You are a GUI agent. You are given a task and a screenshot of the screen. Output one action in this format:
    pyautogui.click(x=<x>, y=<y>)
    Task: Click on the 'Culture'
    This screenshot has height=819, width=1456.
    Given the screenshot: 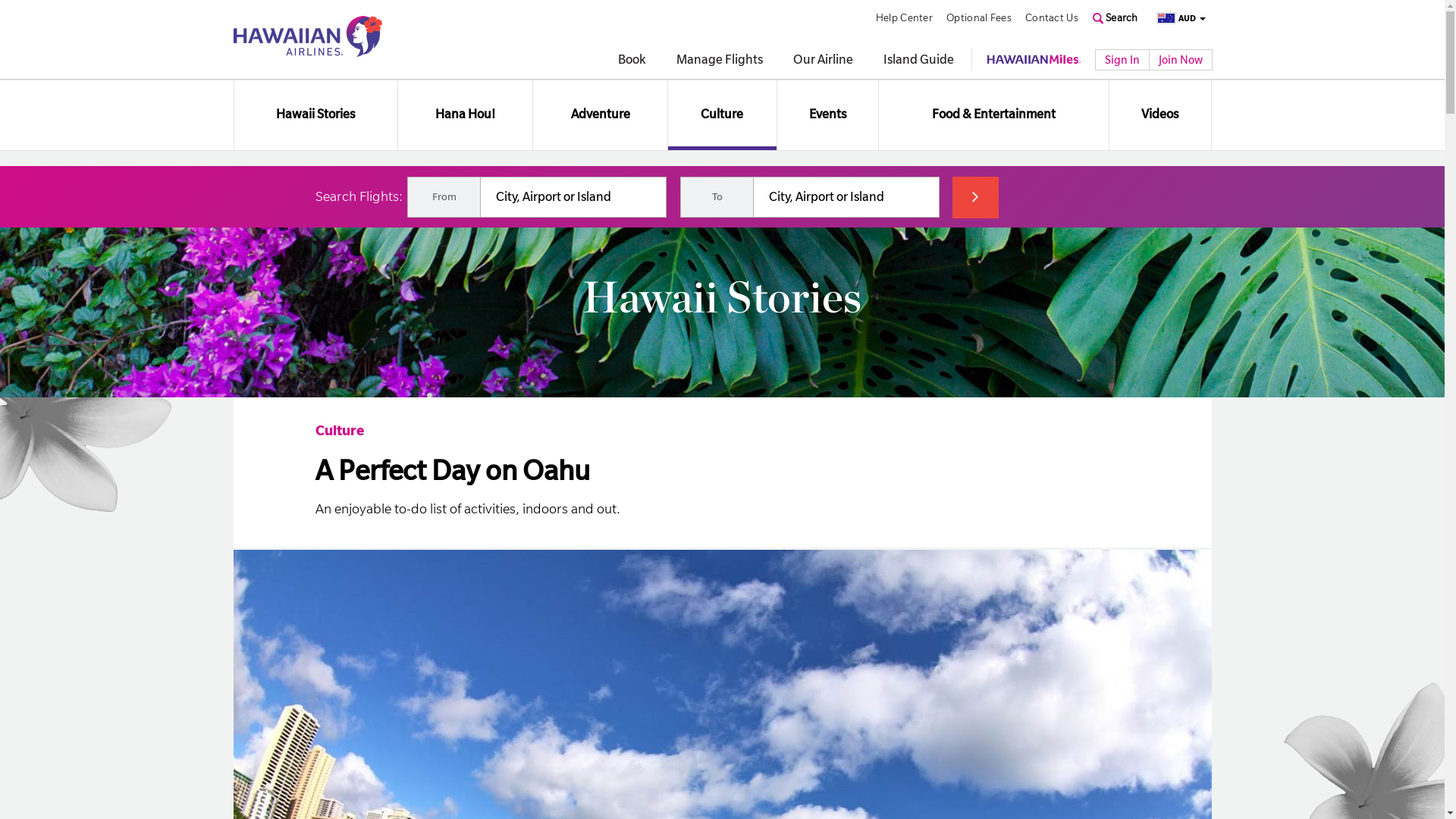 What is the action you would take?
    pyautogui.click(x=338, y=430)
    